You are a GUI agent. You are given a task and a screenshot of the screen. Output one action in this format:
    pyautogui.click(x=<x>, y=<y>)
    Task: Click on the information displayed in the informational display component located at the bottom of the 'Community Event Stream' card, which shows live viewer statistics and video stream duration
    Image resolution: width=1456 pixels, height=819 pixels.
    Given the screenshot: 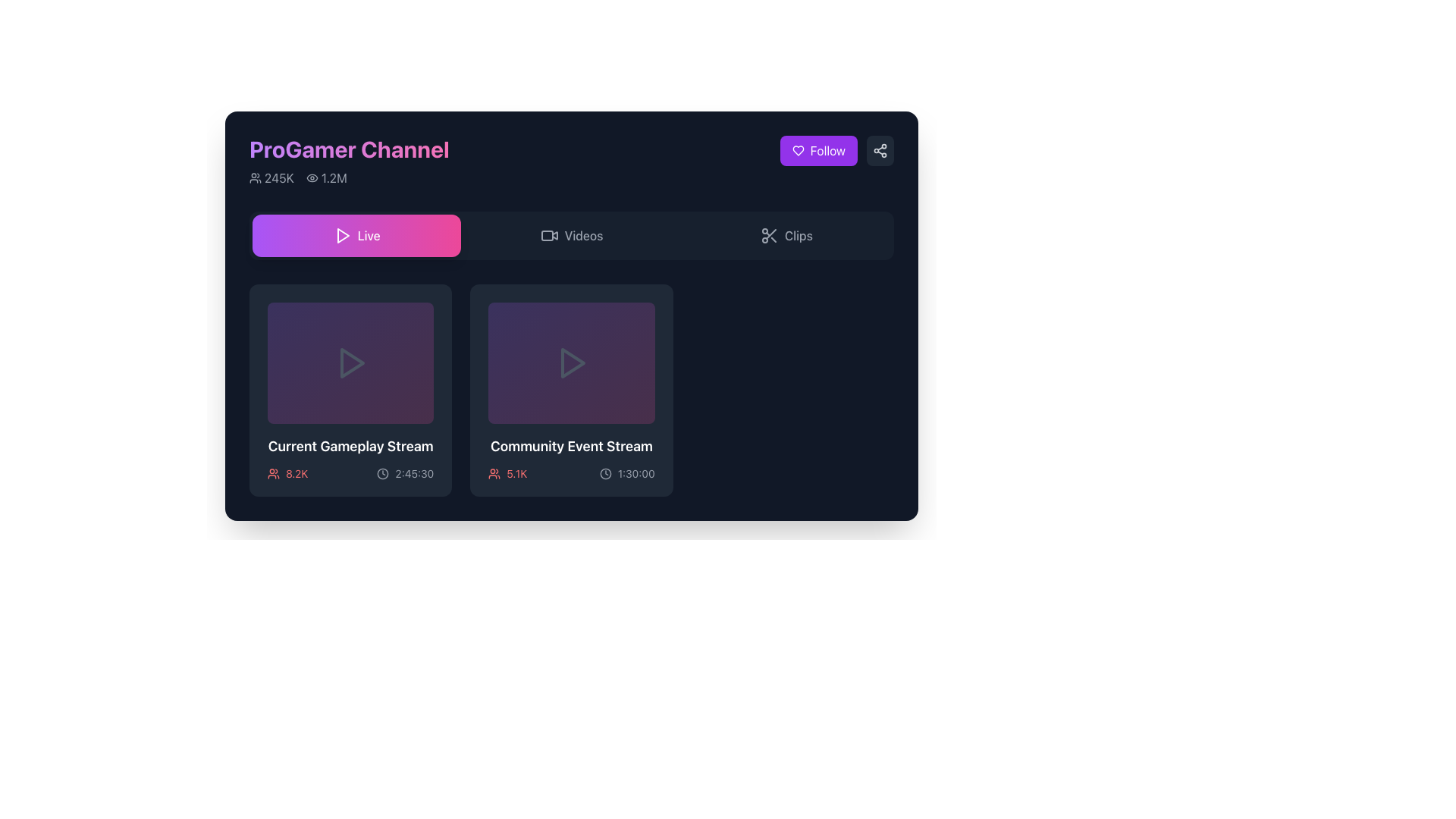 What is the action you would take?
    pyautogui.click(x=570, y=472)
    